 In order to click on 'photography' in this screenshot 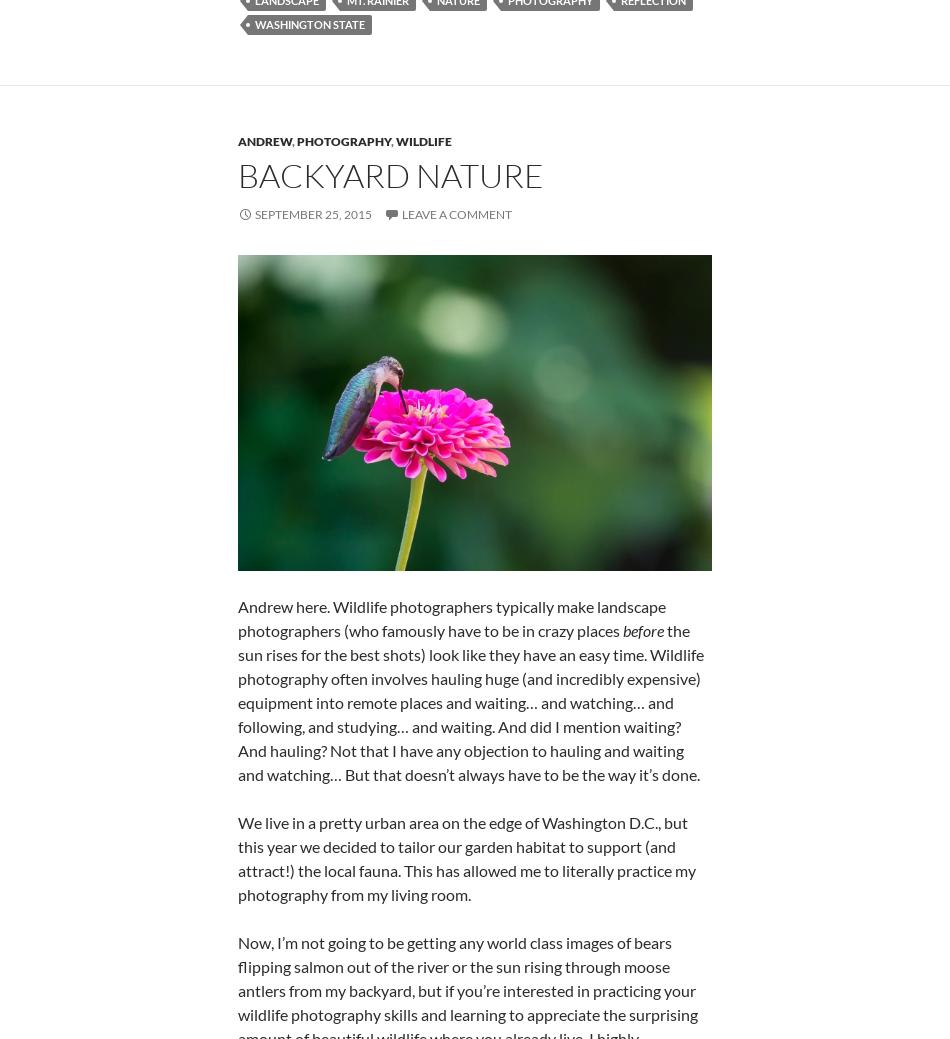, I will do `click(295, 140)`.